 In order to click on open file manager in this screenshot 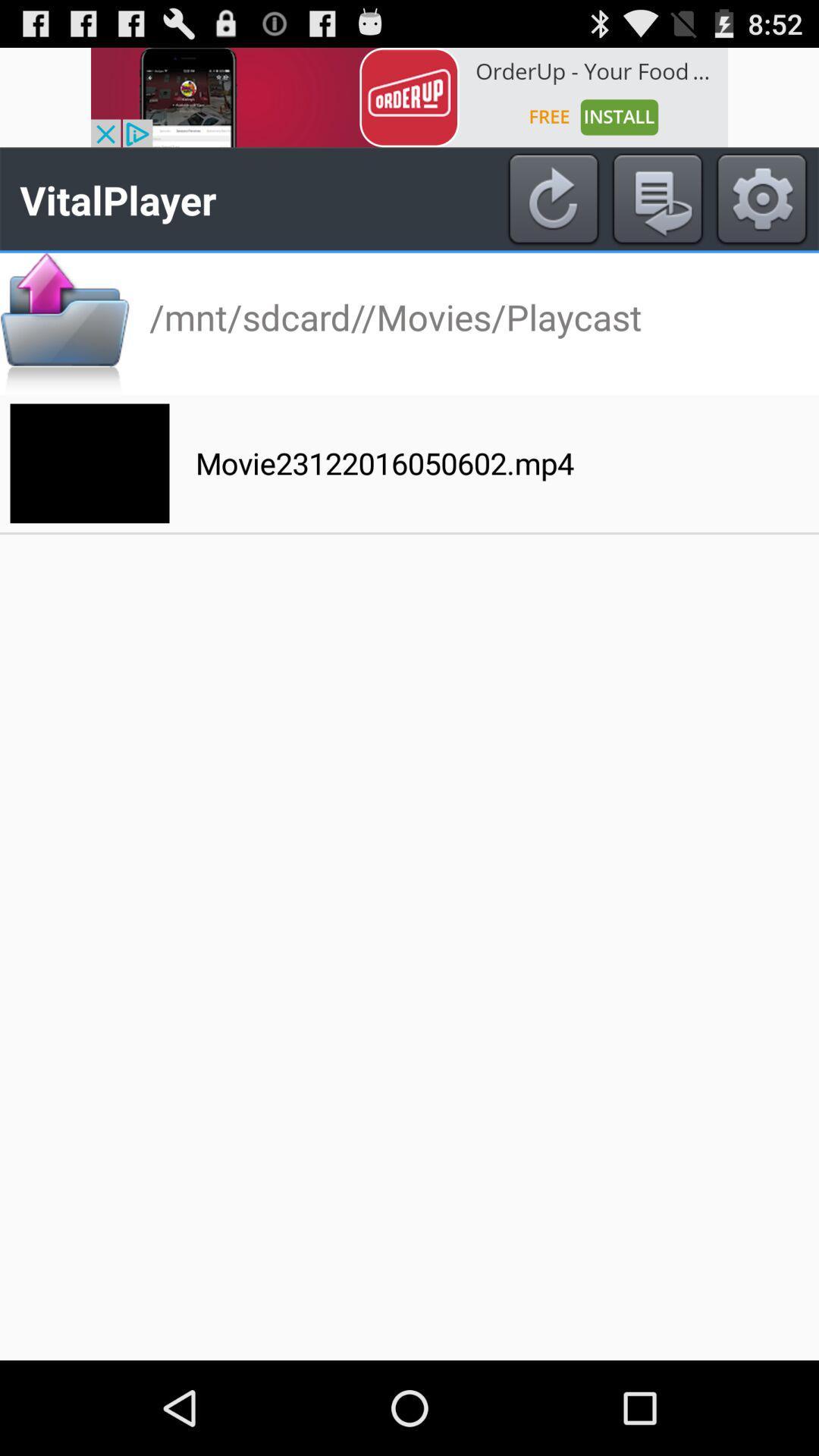, I will do `click(64, 323)`.